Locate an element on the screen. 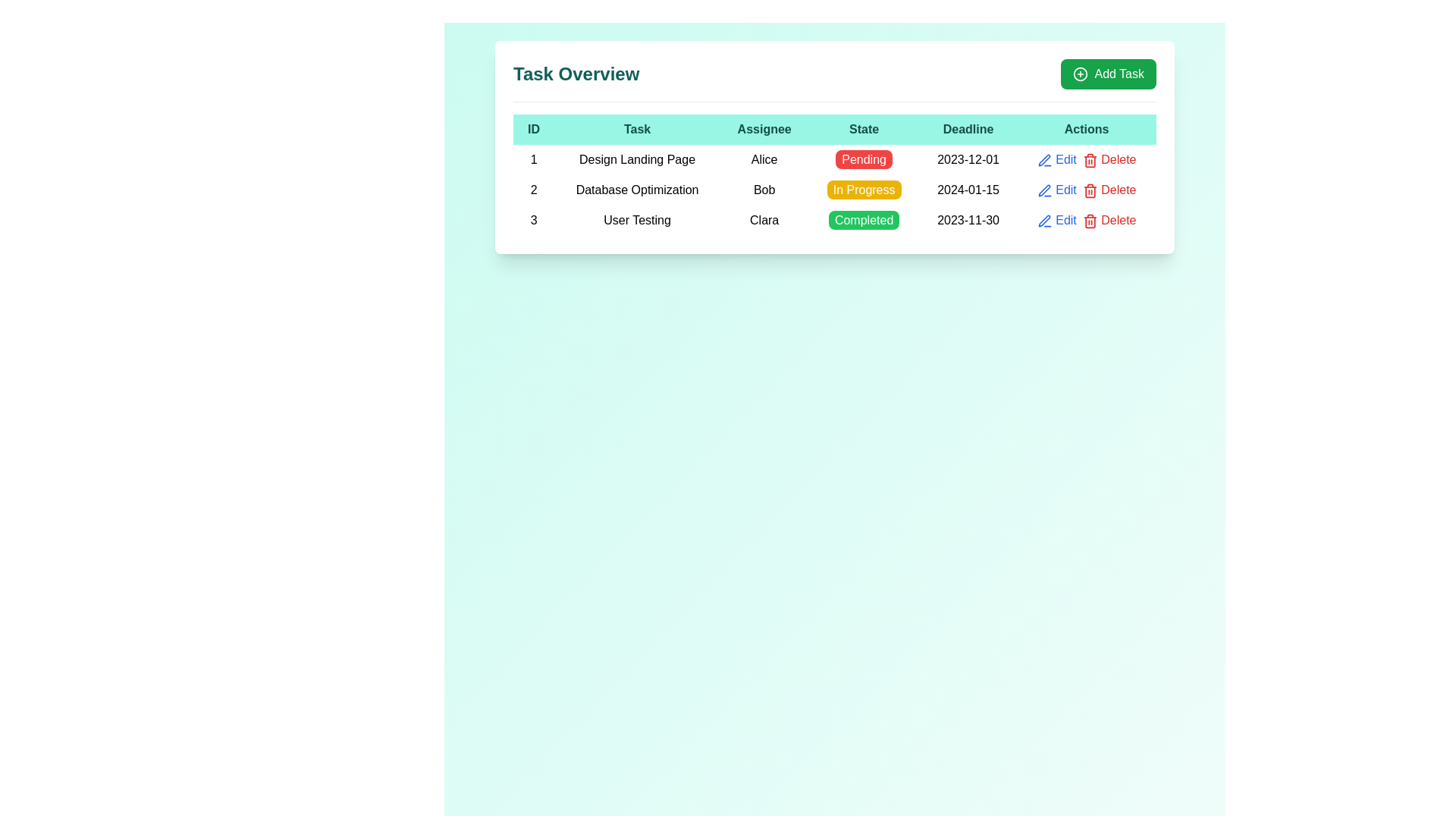 Image resolution: width=1456 pixels, height=819 pixels. the blue pen icon indicating editing functionality, located next to the 'Edit' label in the 'Actions' column of the data table is located at coordinates (1043, 160).